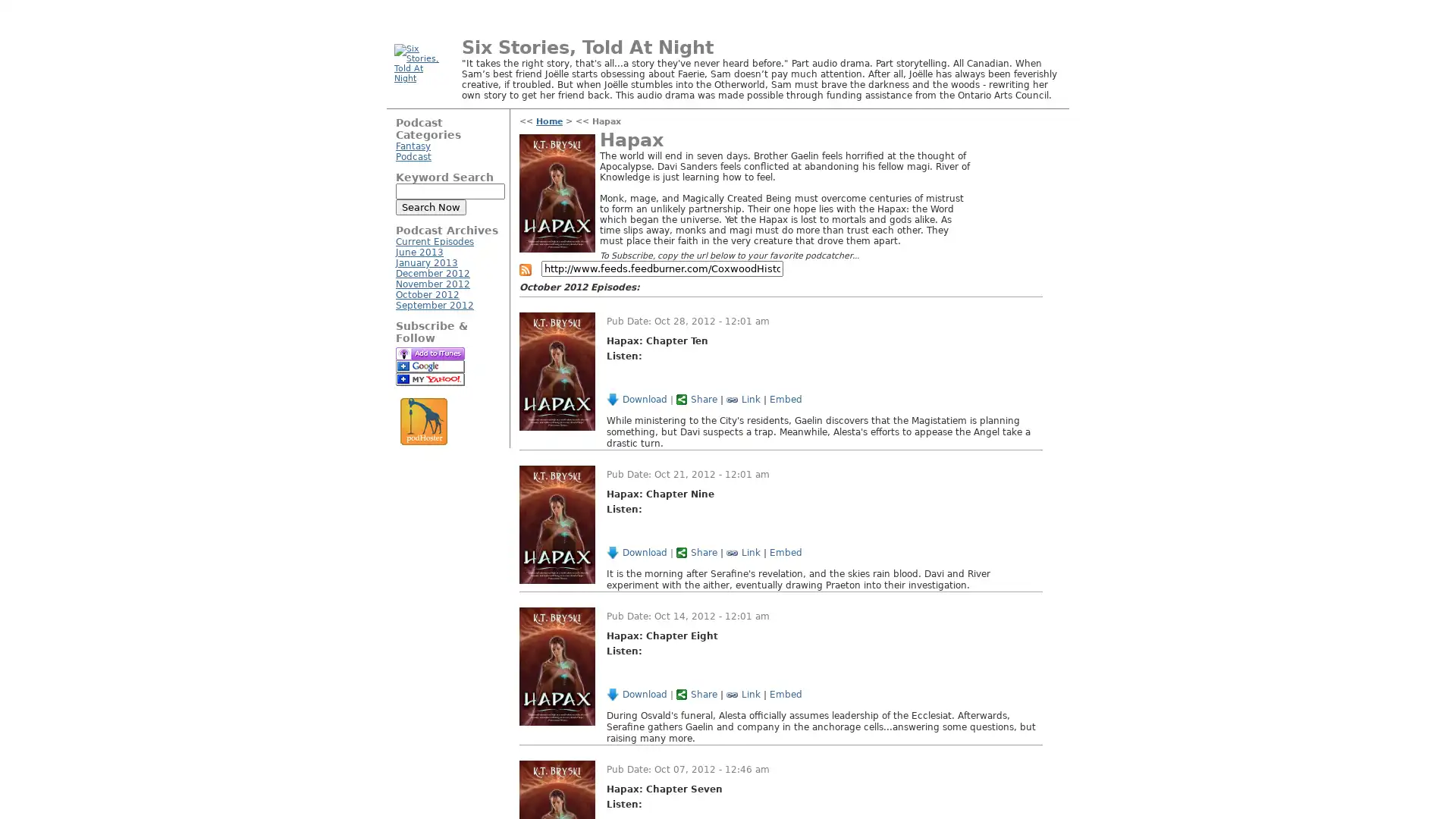  Describe the element at coordinates (430, 207) in the screenshot. I see `Search Now` at that location.